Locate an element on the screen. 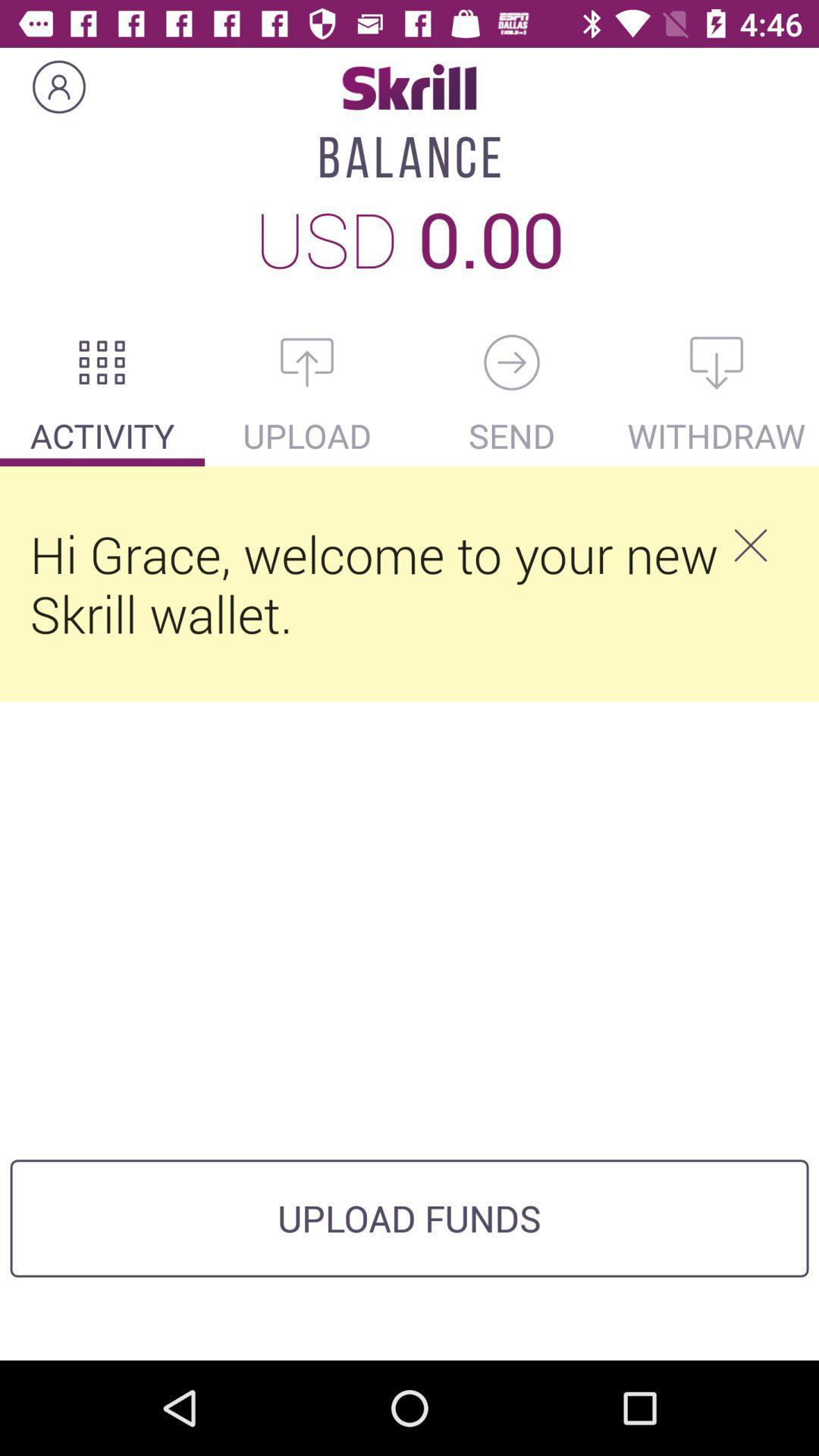 The width and height of the screenshot is (819, 1456). upload something is located at coordinates (307, 362).